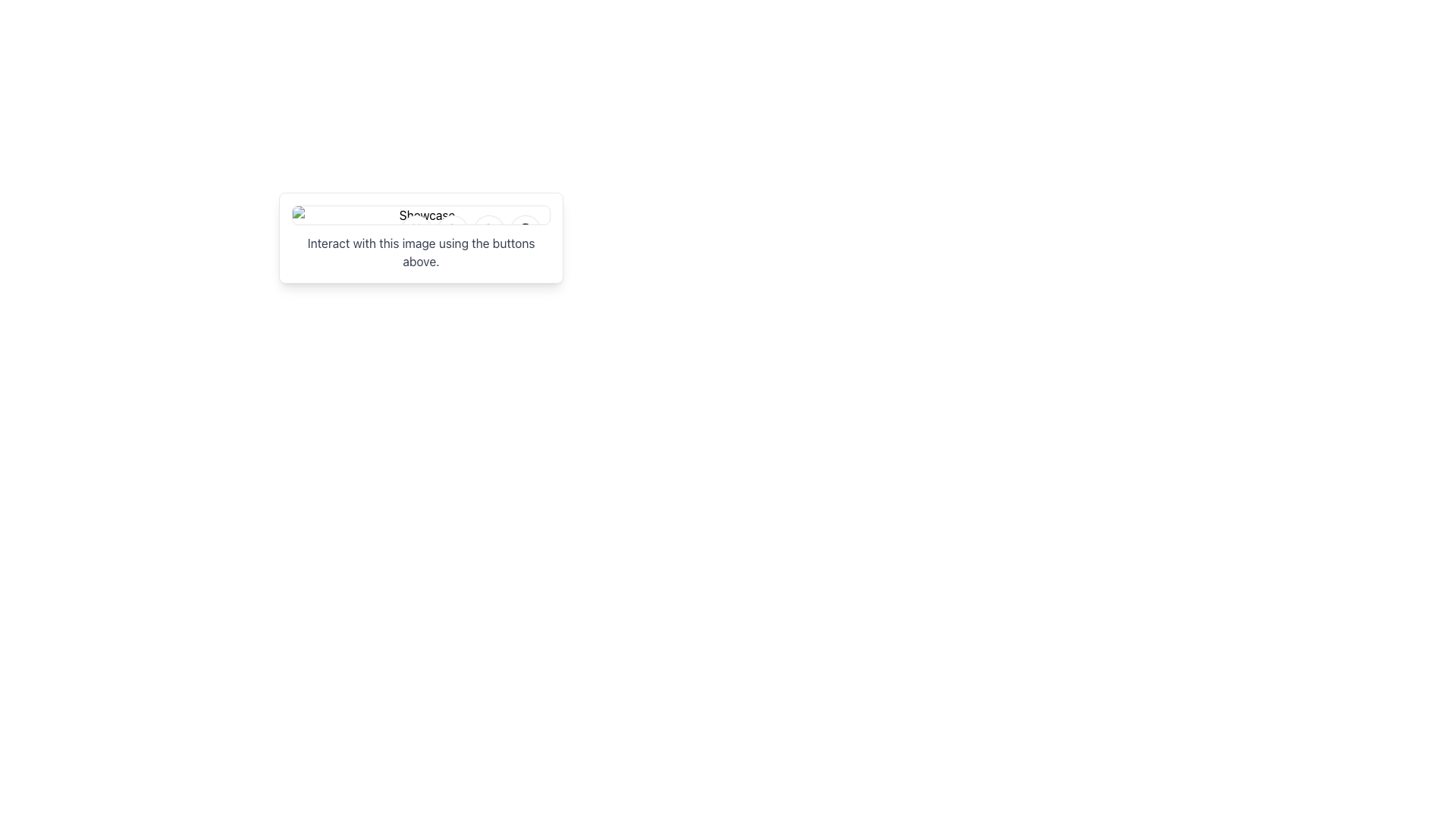  I want to click on the magnifying-glass icon with a plus sign within it, located at the center of a circular button in the horizontal toolbar, so click(451, 231).